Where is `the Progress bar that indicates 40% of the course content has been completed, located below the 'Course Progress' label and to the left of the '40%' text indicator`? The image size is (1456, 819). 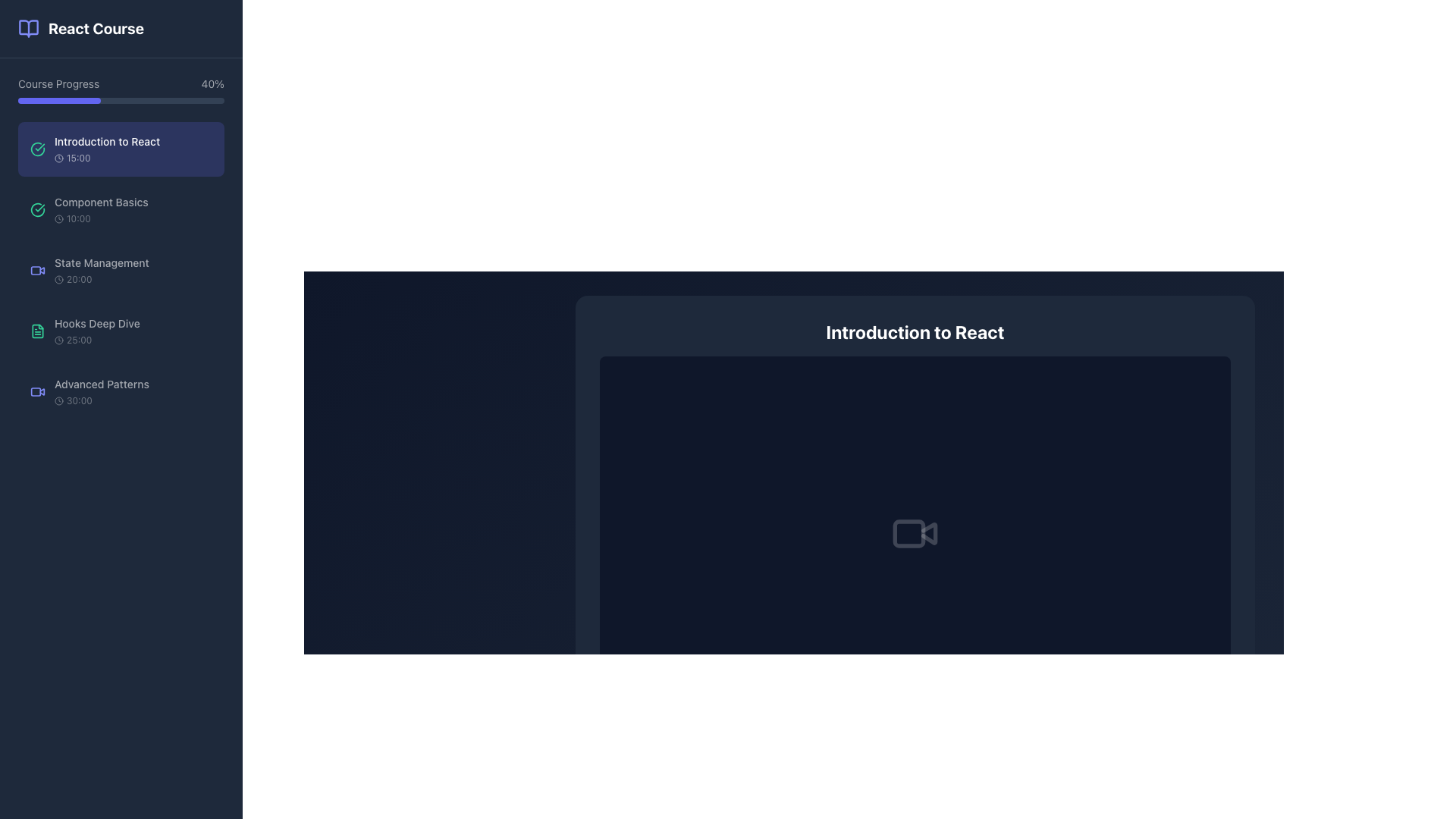 the Progress bar that indicates 40% of the course content has been completed, located below the 'Course Progress' label and to the left of the '40%' text indicator is located at coordinates (120, 100).